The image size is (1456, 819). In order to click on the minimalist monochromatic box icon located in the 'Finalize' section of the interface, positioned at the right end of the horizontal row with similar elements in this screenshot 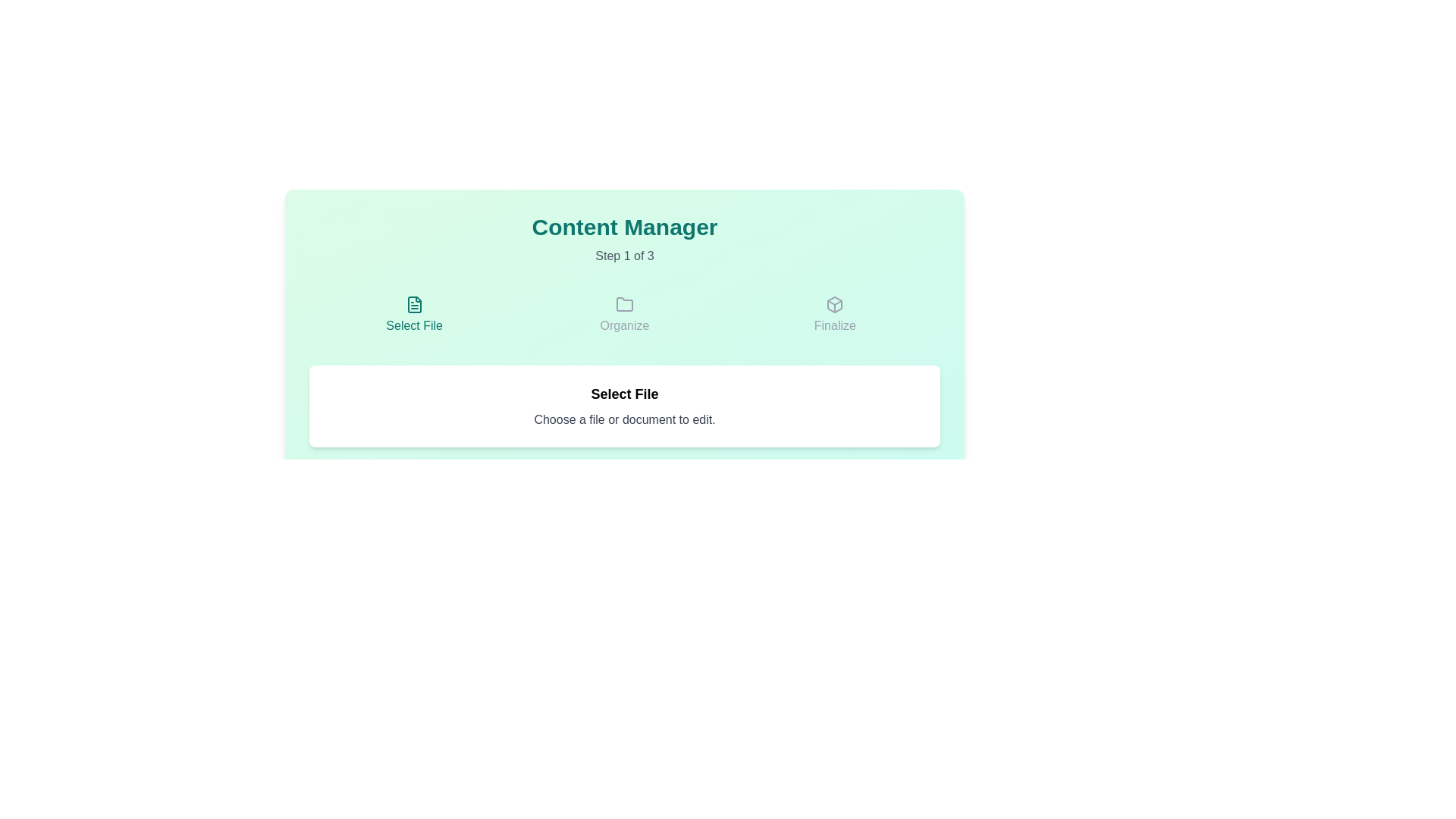, I will do `click(834, 304)`.